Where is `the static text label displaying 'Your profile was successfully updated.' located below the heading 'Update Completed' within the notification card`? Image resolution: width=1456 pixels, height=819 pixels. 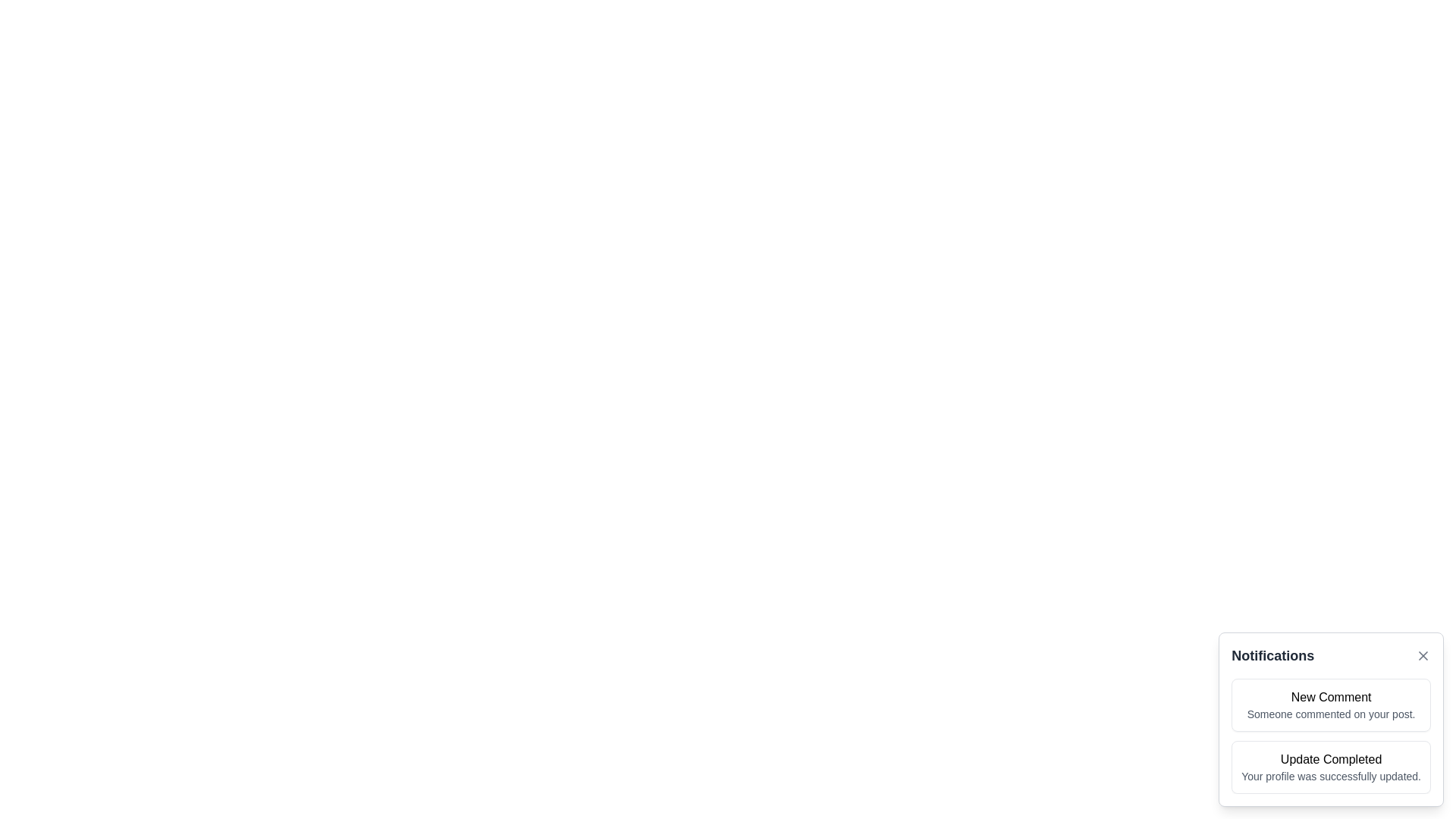
the static text label displaying 'Your profile was successfully updated.' located below the heading 'Update Completed' within the notification card is located at coordinates (1330, 776).